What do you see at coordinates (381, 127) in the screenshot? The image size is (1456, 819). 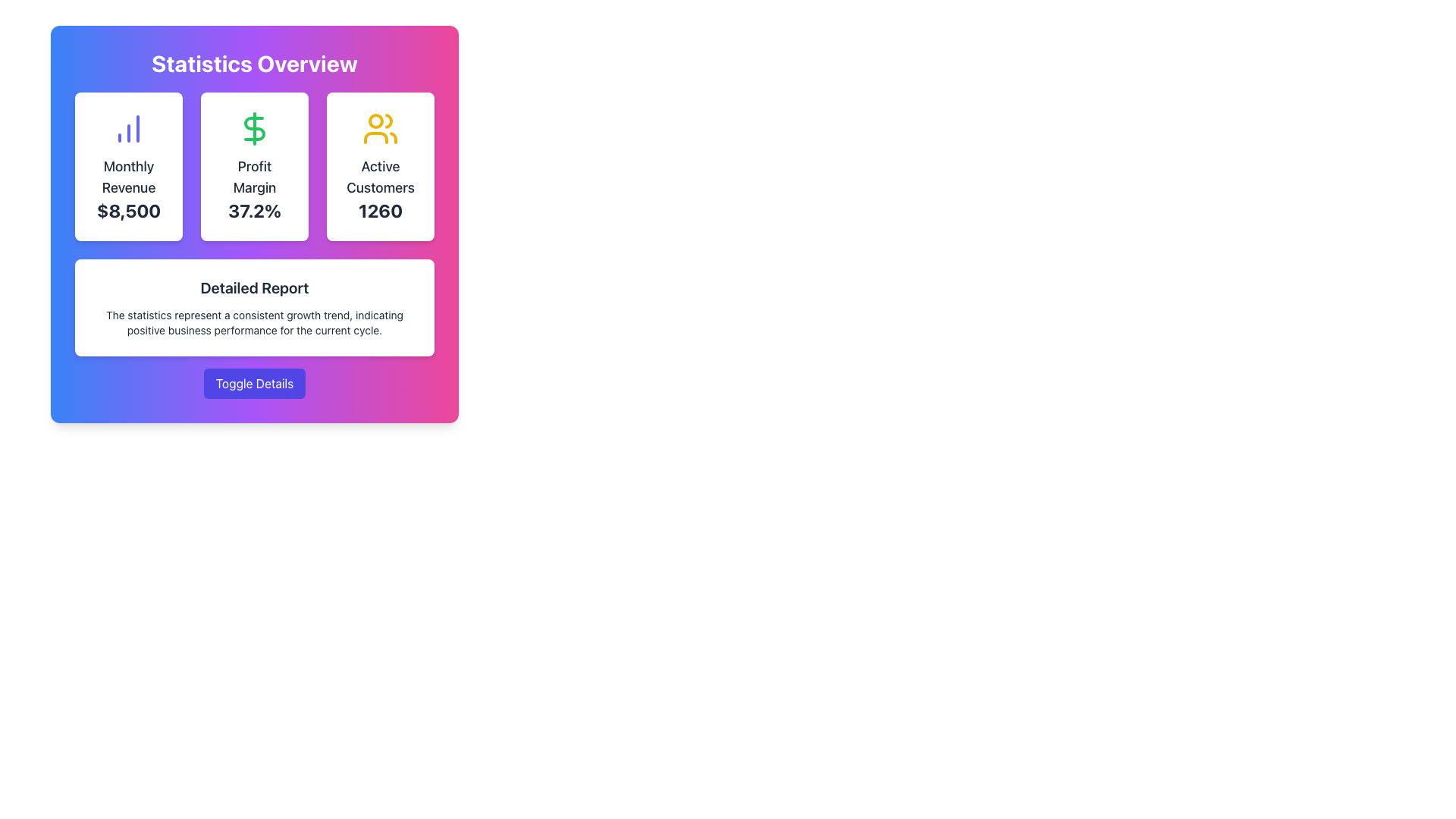 I see `the 'Active Customers' icon located centrally within the 'Active Customers' card, which is the third card in the row under the 'Statistics Overview' header` at bounding box center [381, 127].